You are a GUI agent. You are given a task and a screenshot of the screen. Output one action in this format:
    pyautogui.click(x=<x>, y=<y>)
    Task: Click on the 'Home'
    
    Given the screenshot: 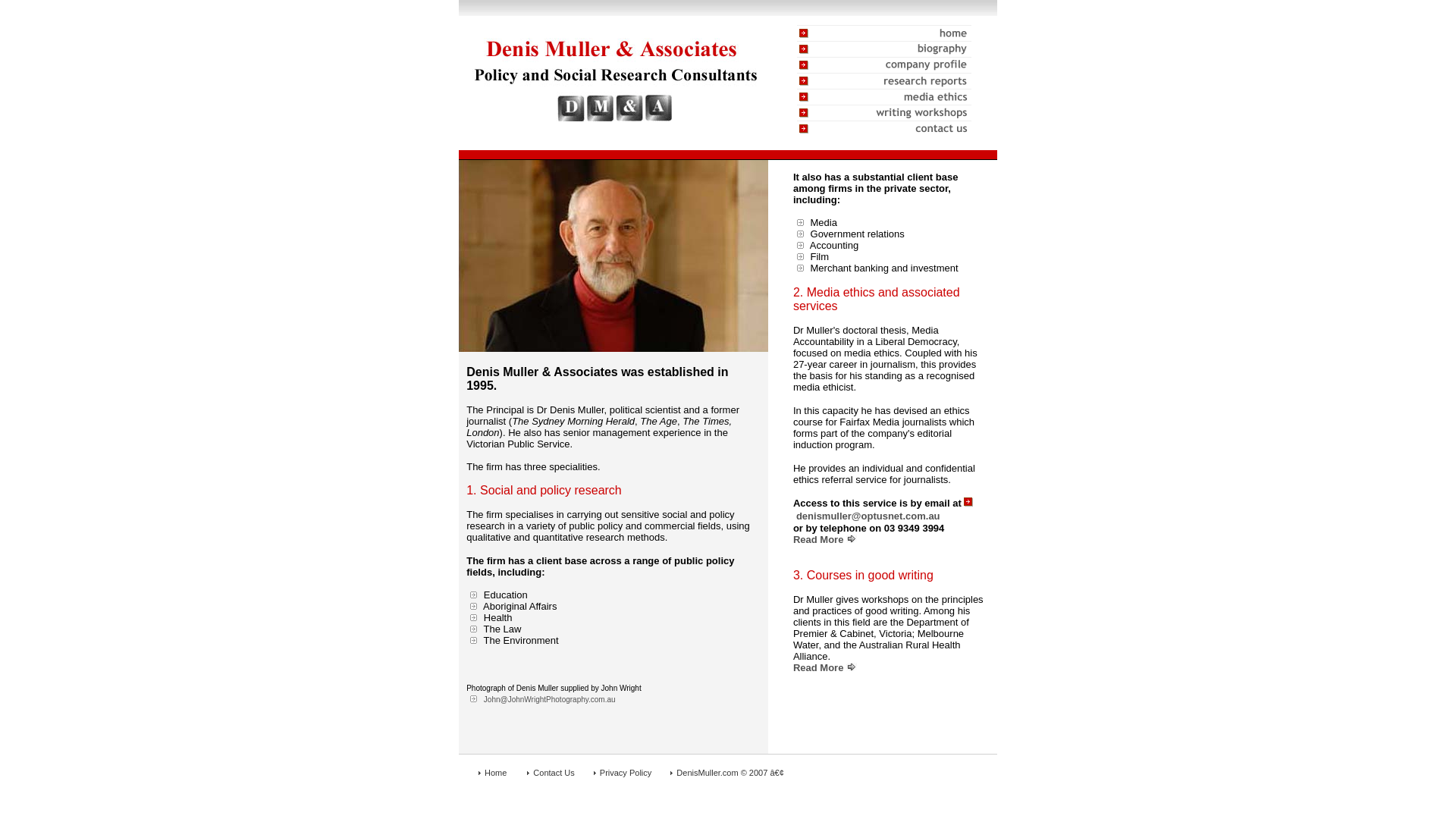 What is the action you would take?
    pyautogui.click(x=495, y=772)
    